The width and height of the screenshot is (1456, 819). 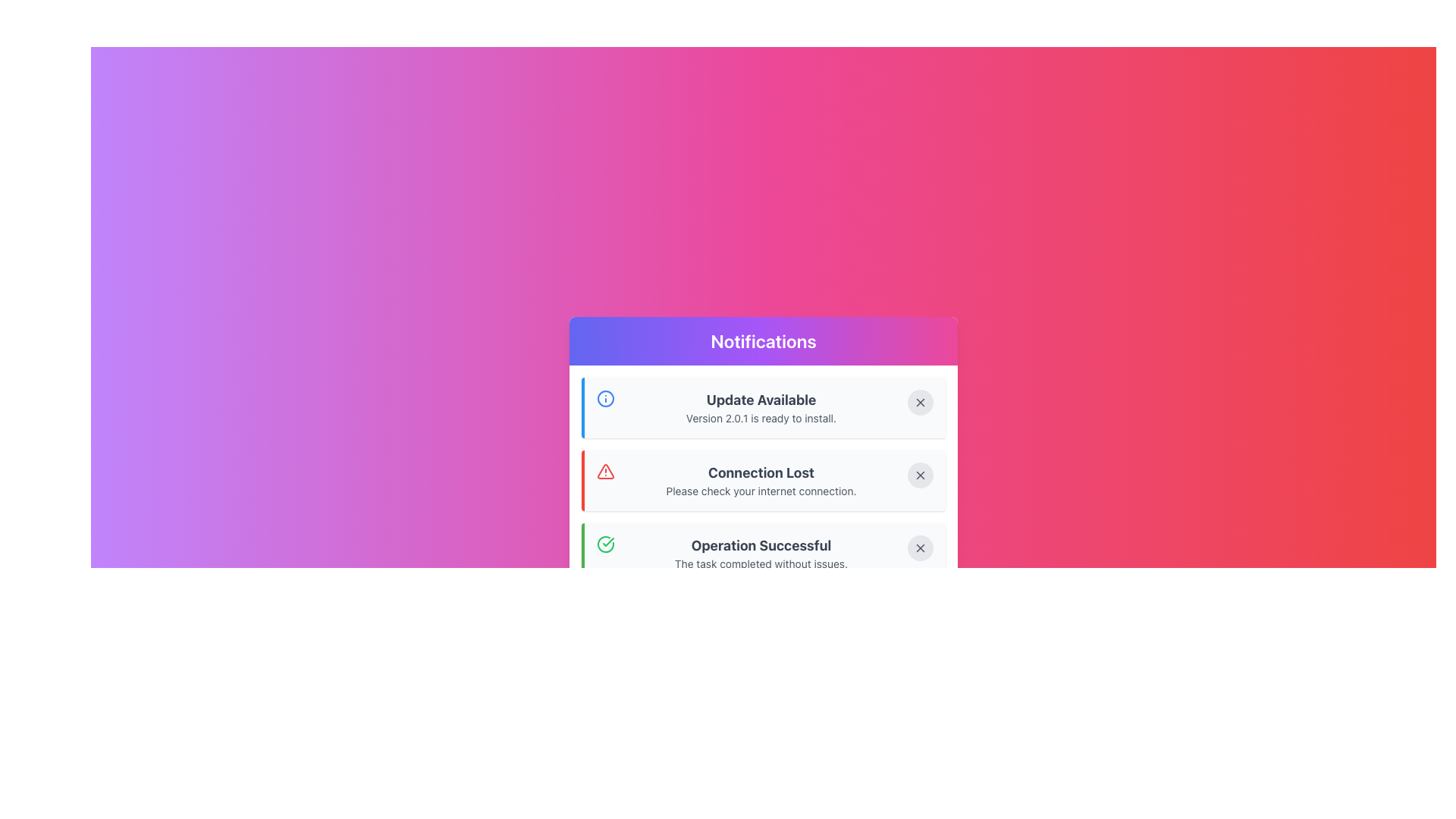 What do you see at coordinates (608, 541) in the screenshot?
I see `the green-bordered circular icon indicating a successful operation in the top-right area of the 'Operation Successful' notification module` at bounding box center [608, 541].